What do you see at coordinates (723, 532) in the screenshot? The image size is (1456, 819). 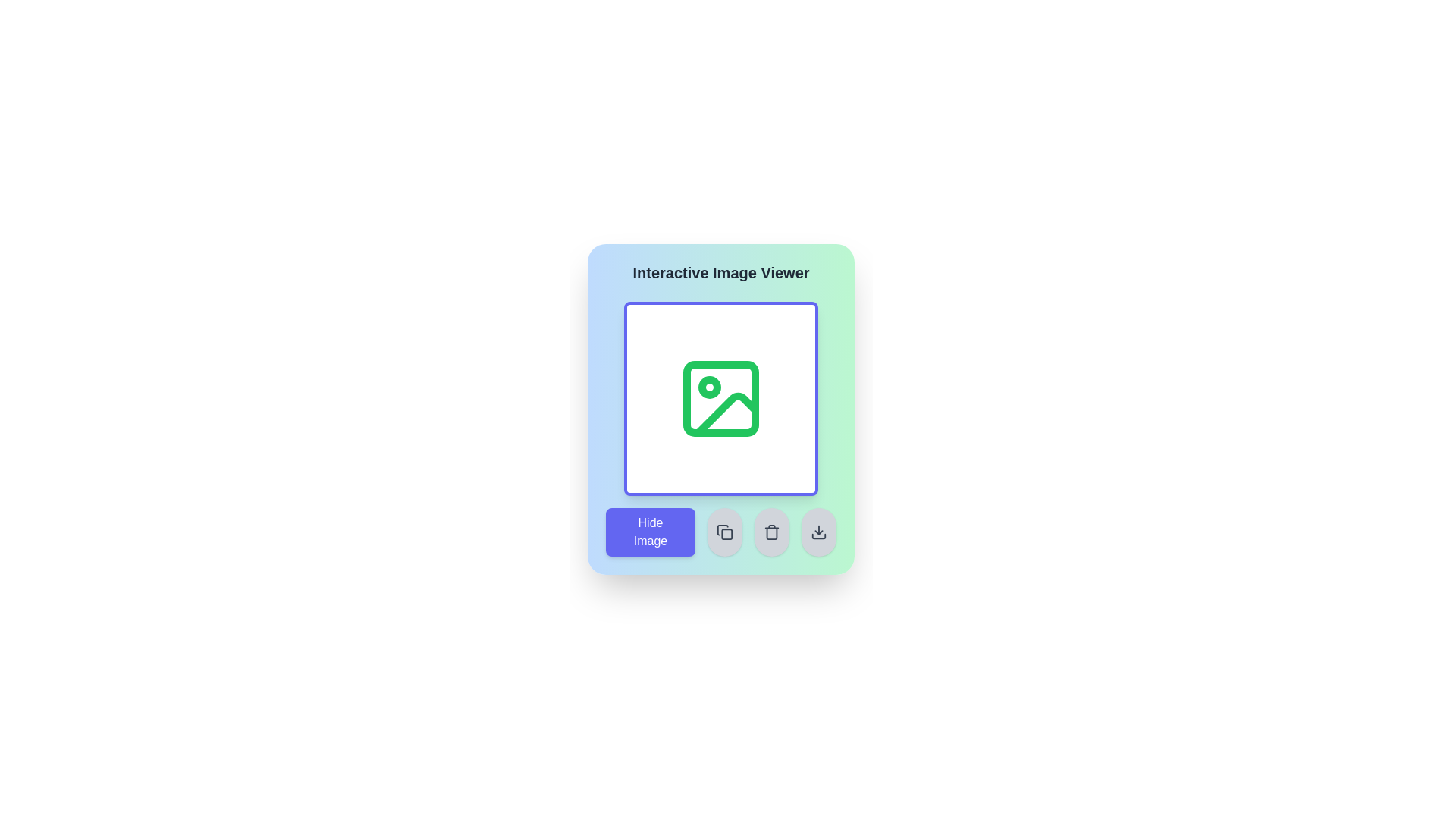 I see `the copy button to copy the displayed image` at bounding box center [723, 532].